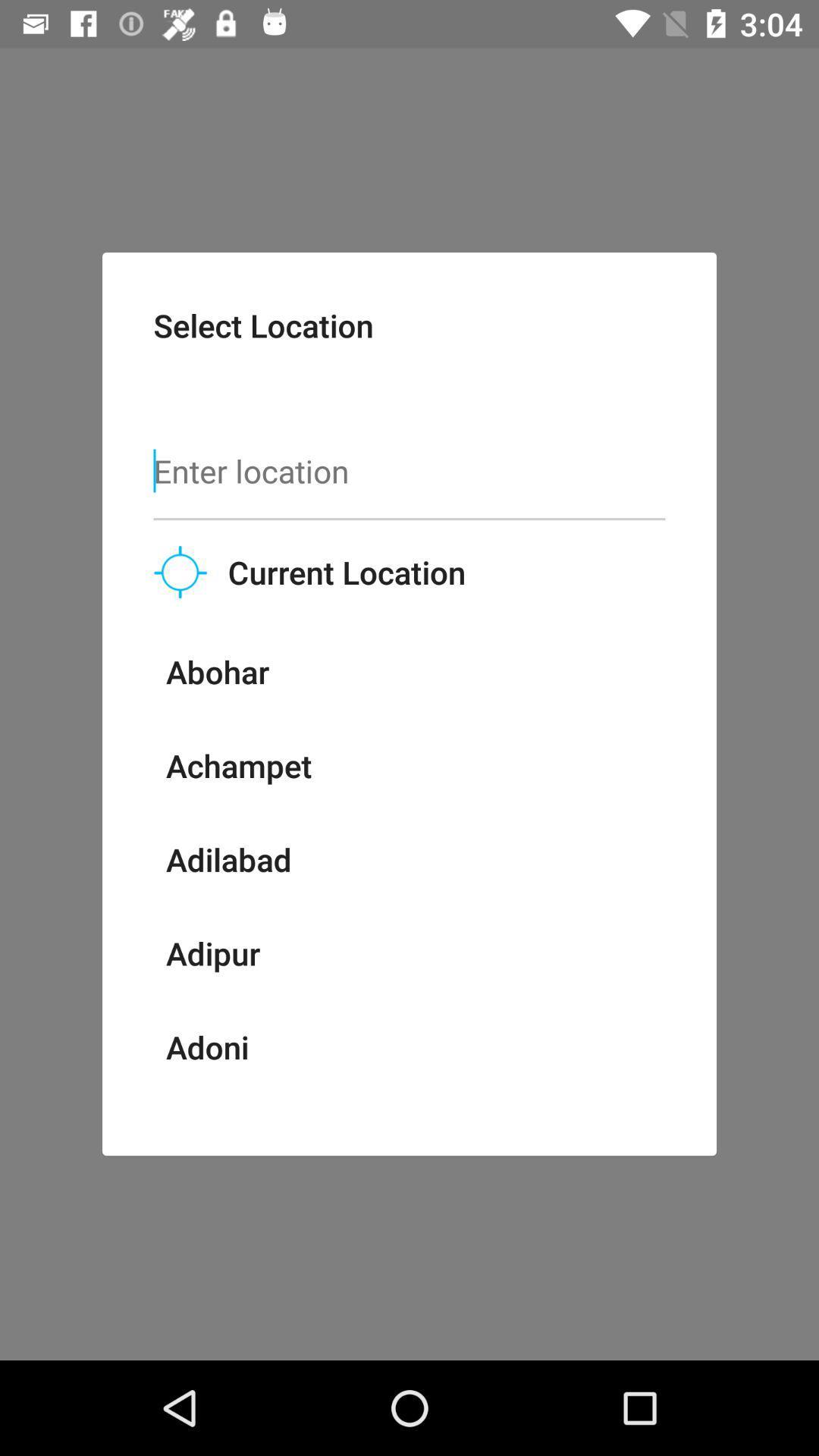 The height and width of the screenshot is (1456, 819). I want to click on the location_crosshair icon, so click(180, 571).